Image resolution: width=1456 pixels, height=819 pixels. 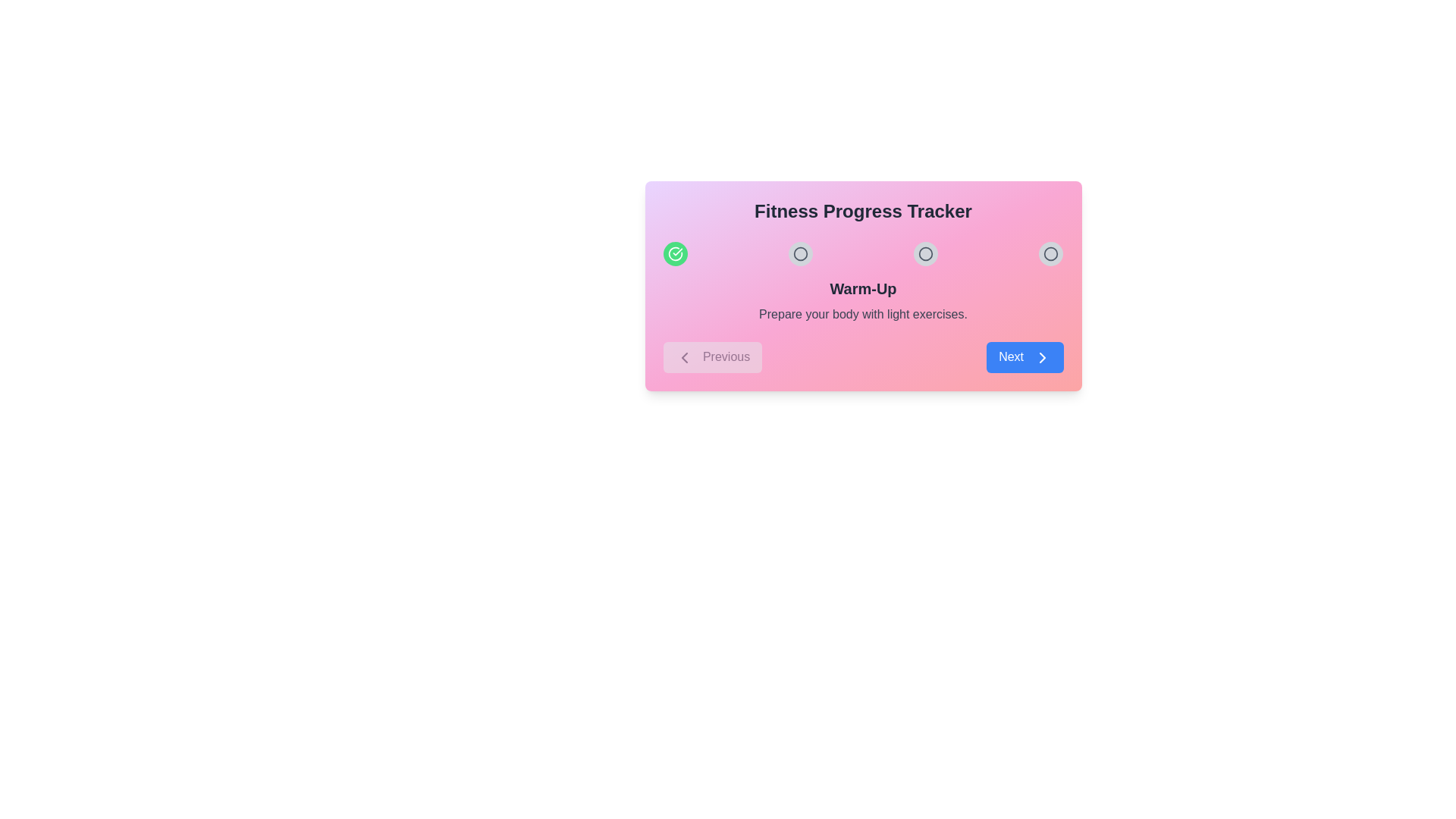 I want to click on the compact circular icon with a white checkmark on a light green background, located in the left section of the 'Fitness Progress Tracker' interface, so click(x=674, y=253).